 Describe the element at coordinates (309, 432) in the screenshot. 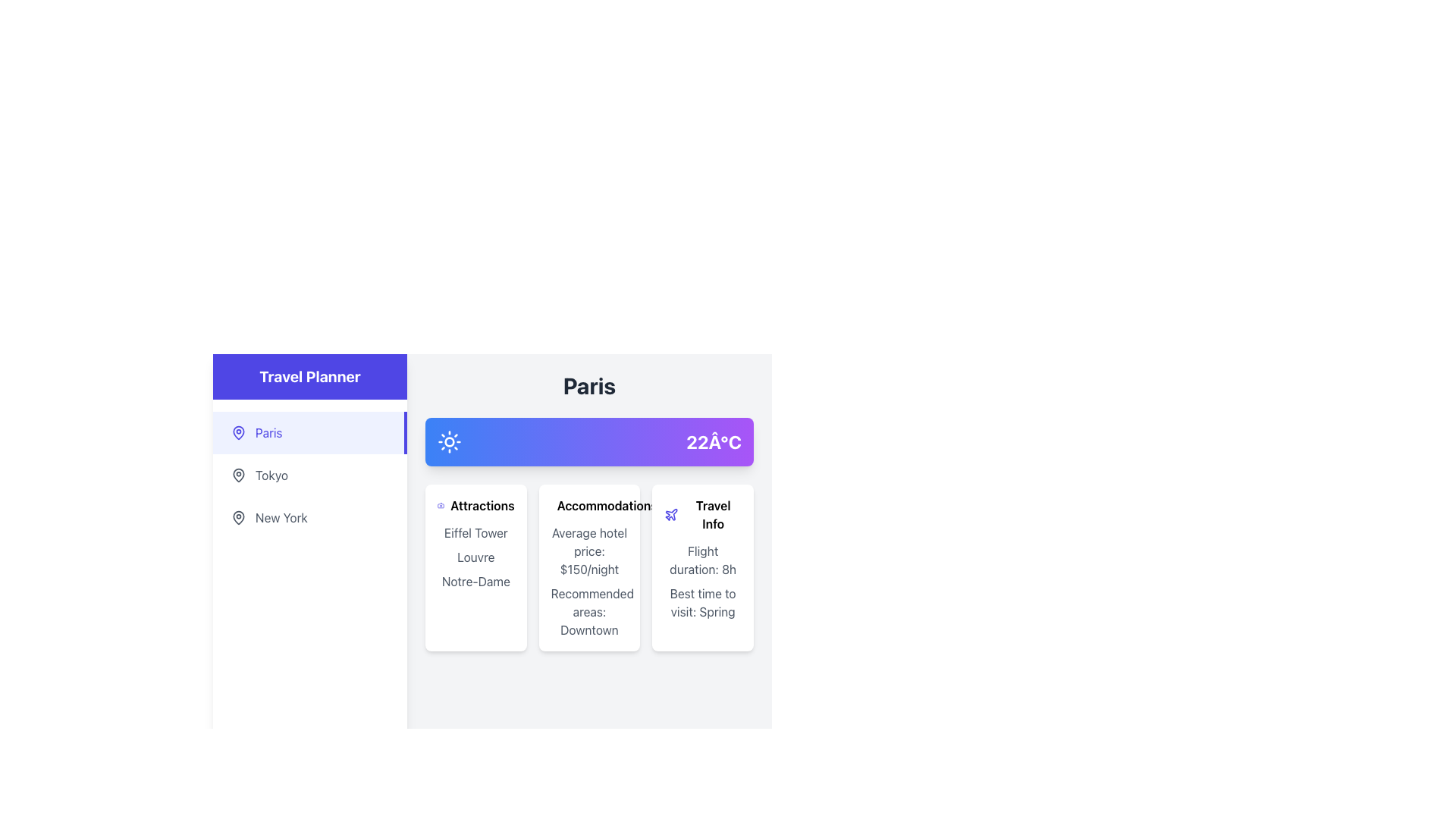

I see `the 'Paris' button` at that location.